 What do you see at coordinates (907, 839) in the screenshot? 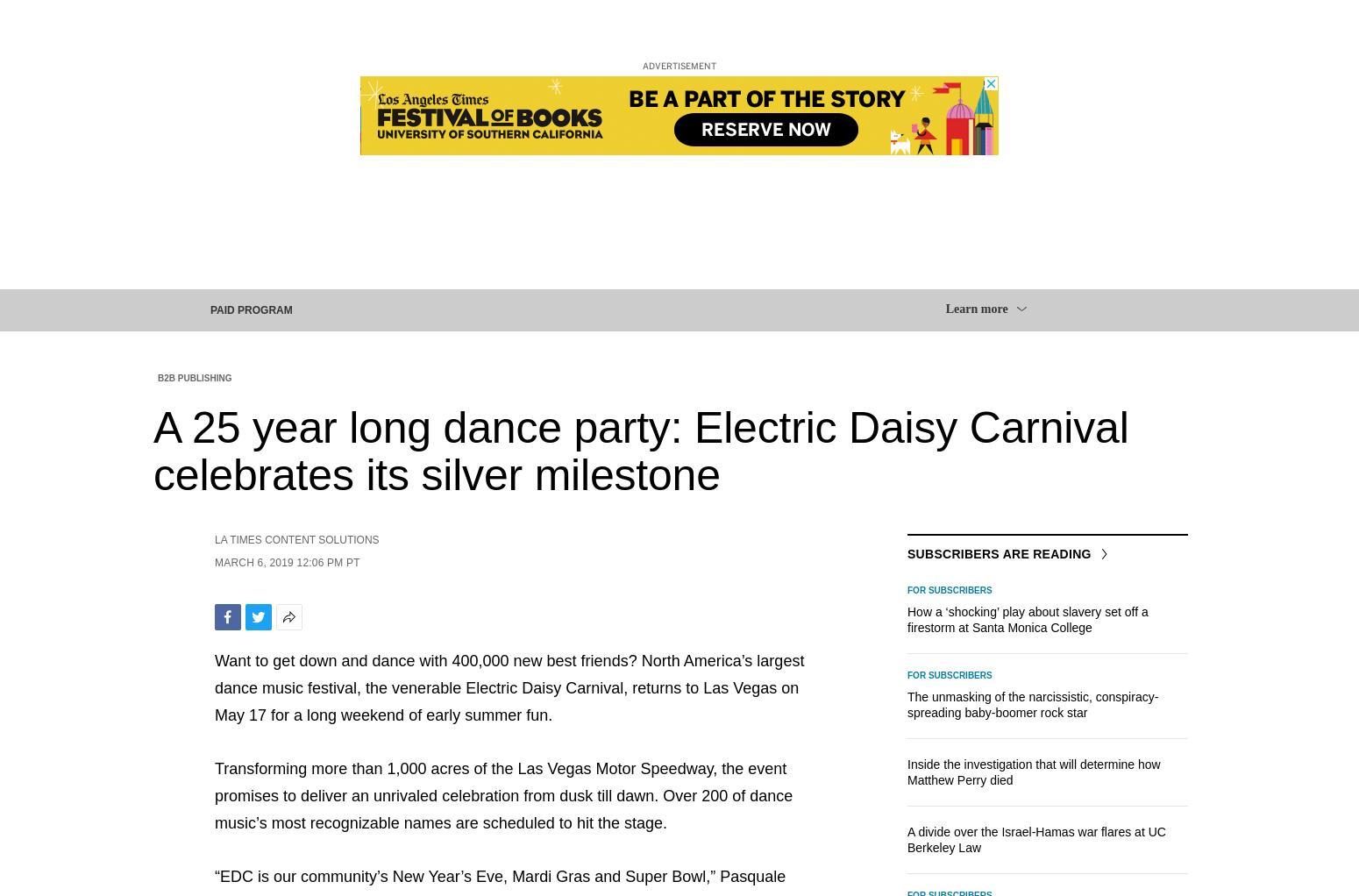
I see `'A divide over the Israel-Hamas war flares at UC Berkeley Law'` at bounding box center [907, 839].